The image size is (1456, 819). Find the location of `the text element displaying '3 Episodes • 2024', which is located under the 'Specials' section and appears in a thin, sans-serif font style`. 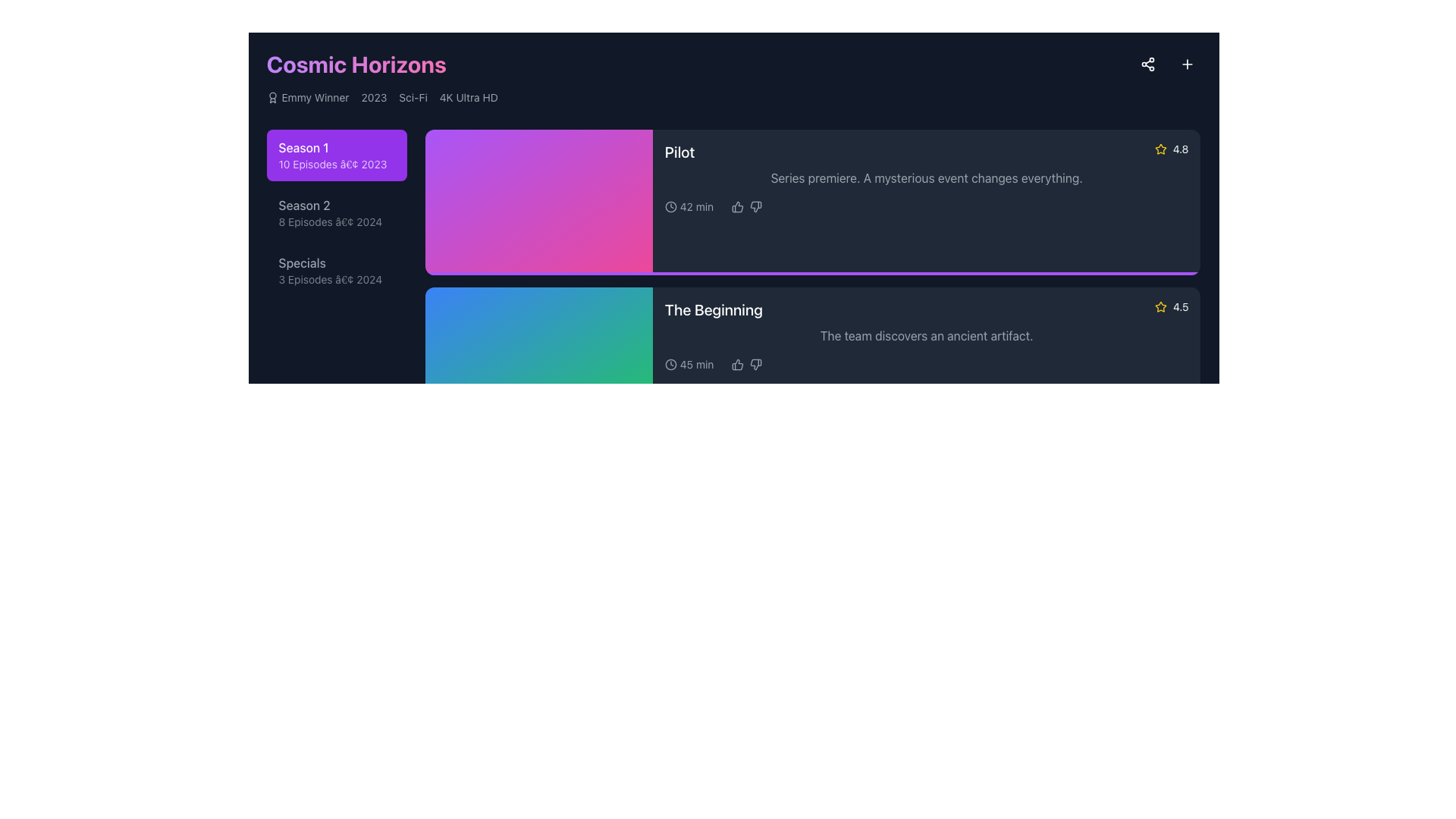

the text element displaying '3 Episodes • 2024', which is located under the 'Specials' section and appears in a thin, sans-serif font style is located at coordinates (336, 280).